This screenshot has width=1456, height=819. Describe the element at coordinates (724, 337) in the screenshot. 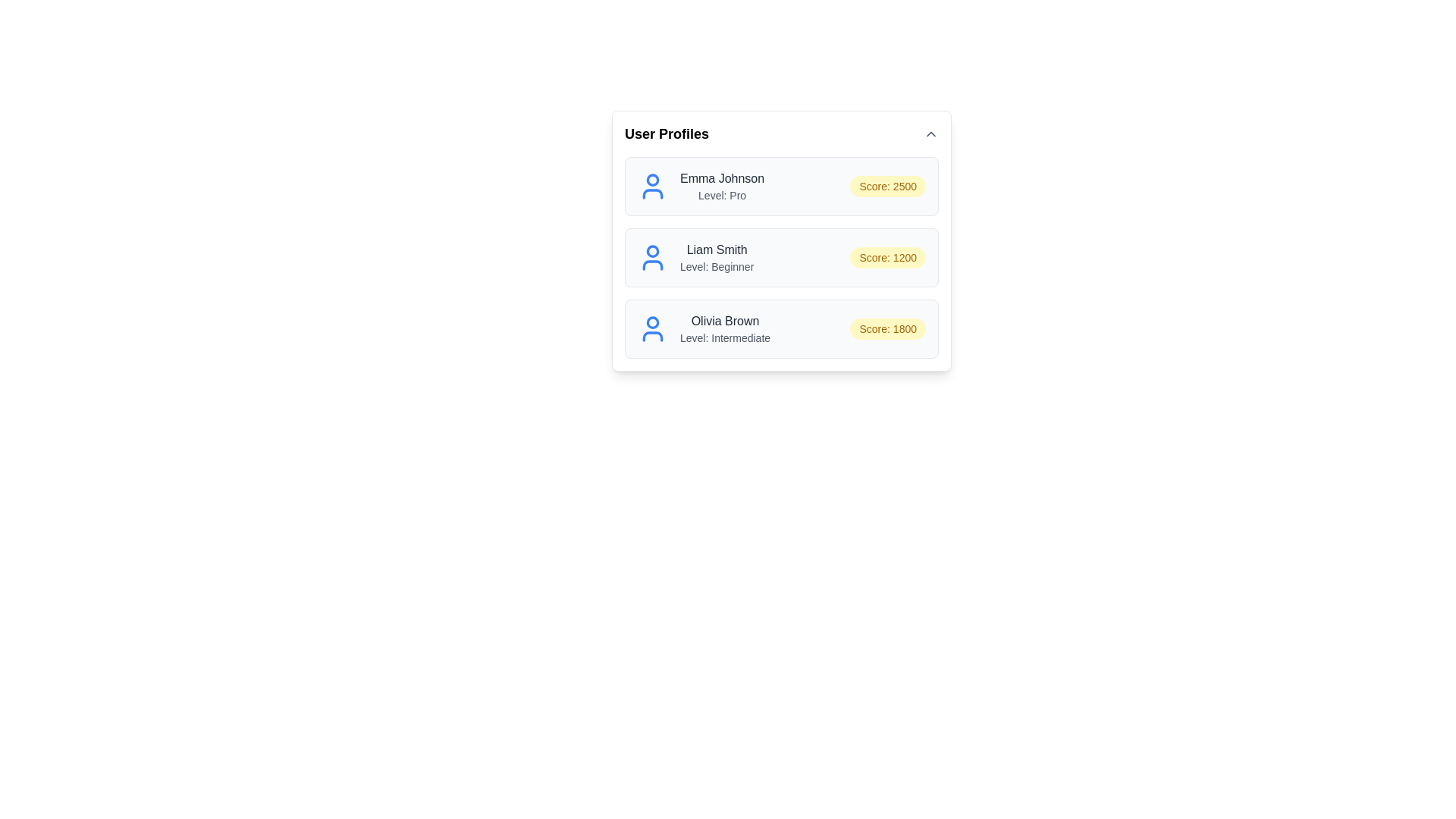

I see `the static text label displaying 'Level: Intermediate' in the 'User Profiles' panel for 'Olivia Brown'` at that location.